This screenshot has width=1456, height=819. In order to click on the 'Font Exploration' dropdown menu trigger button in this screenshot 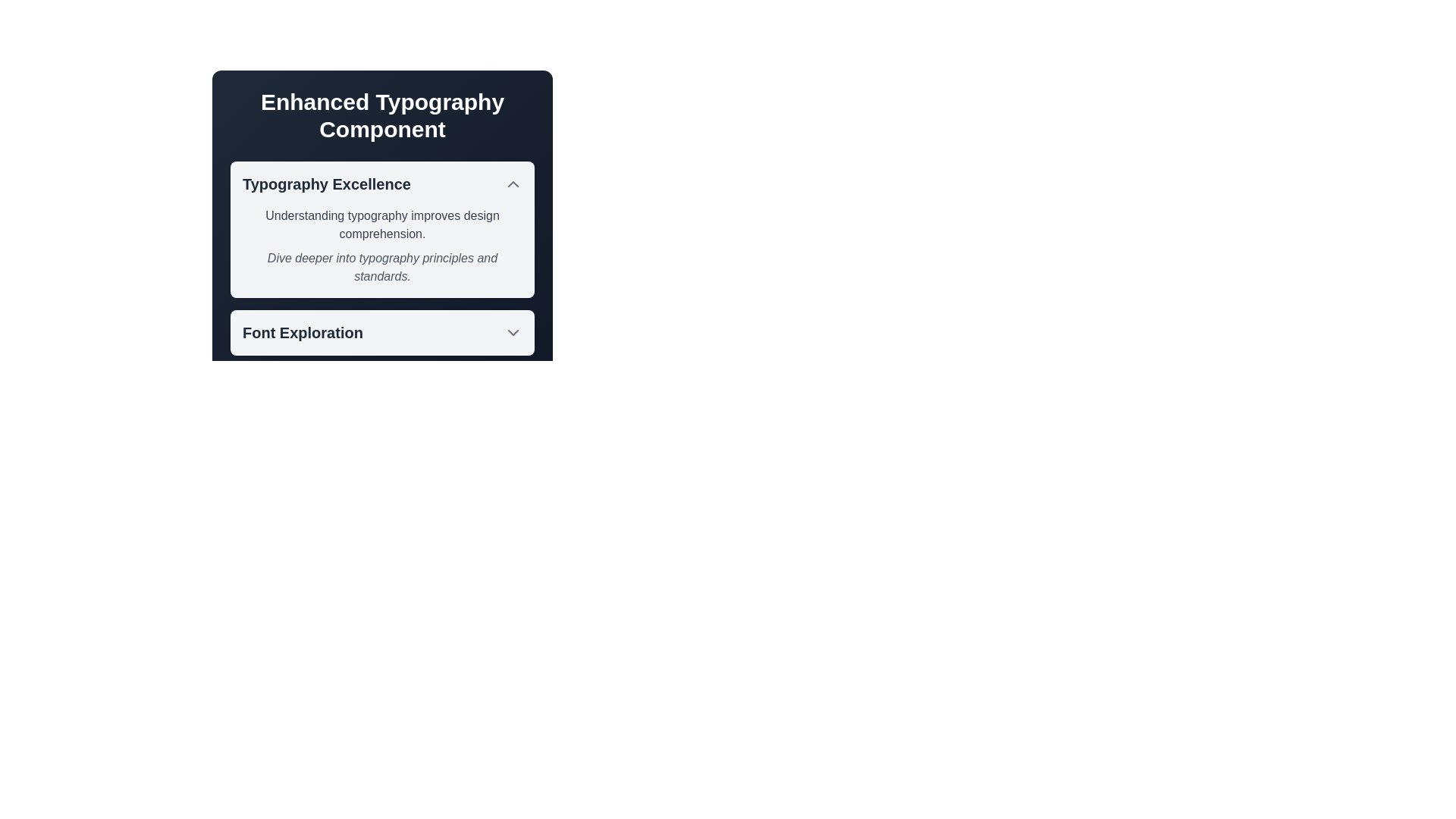, I will do `click(382, 332)`.